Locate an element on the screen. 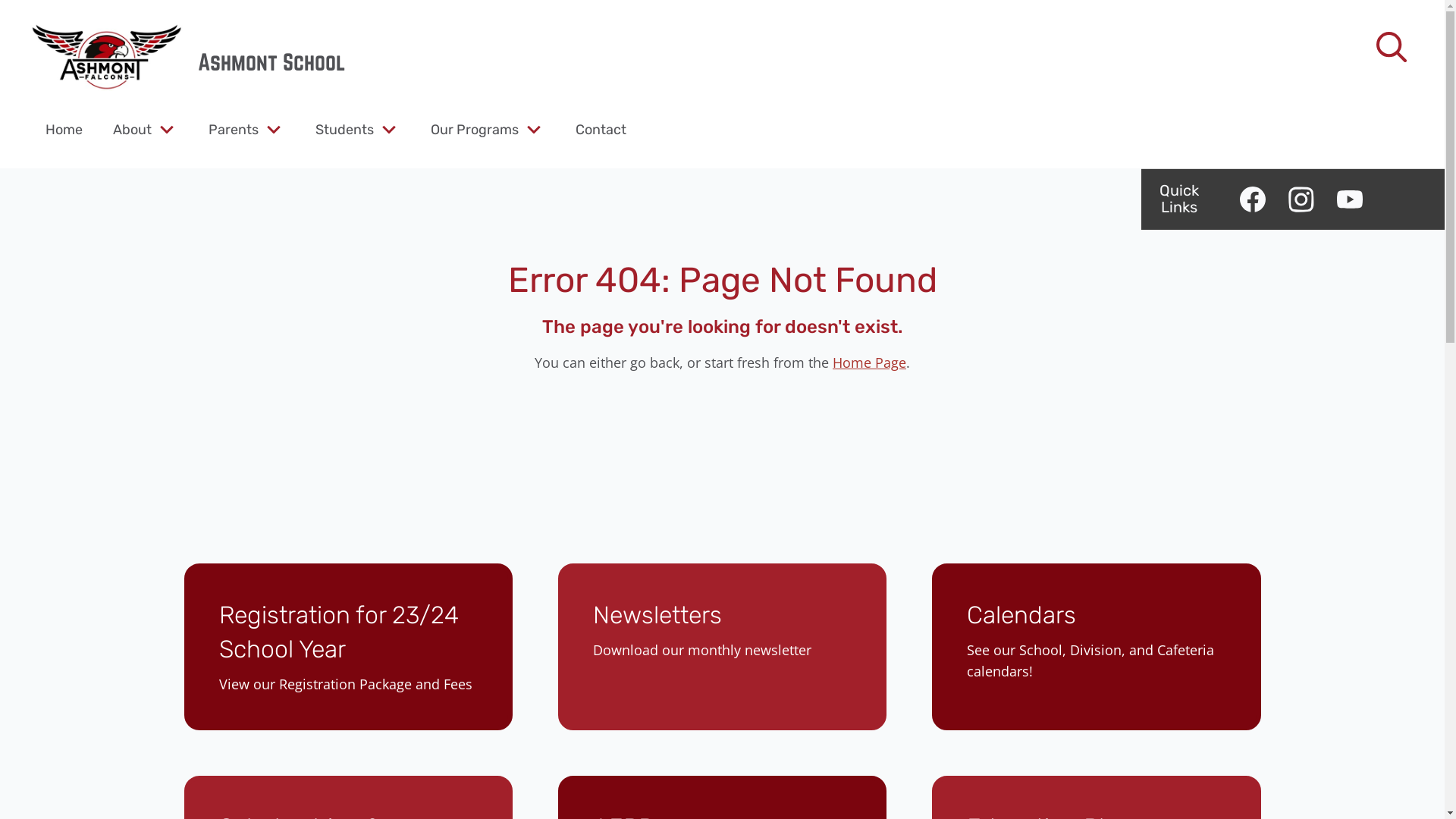 This screenshot has width=1456, height=819. 'Students' is located at coordinates (344, 128).